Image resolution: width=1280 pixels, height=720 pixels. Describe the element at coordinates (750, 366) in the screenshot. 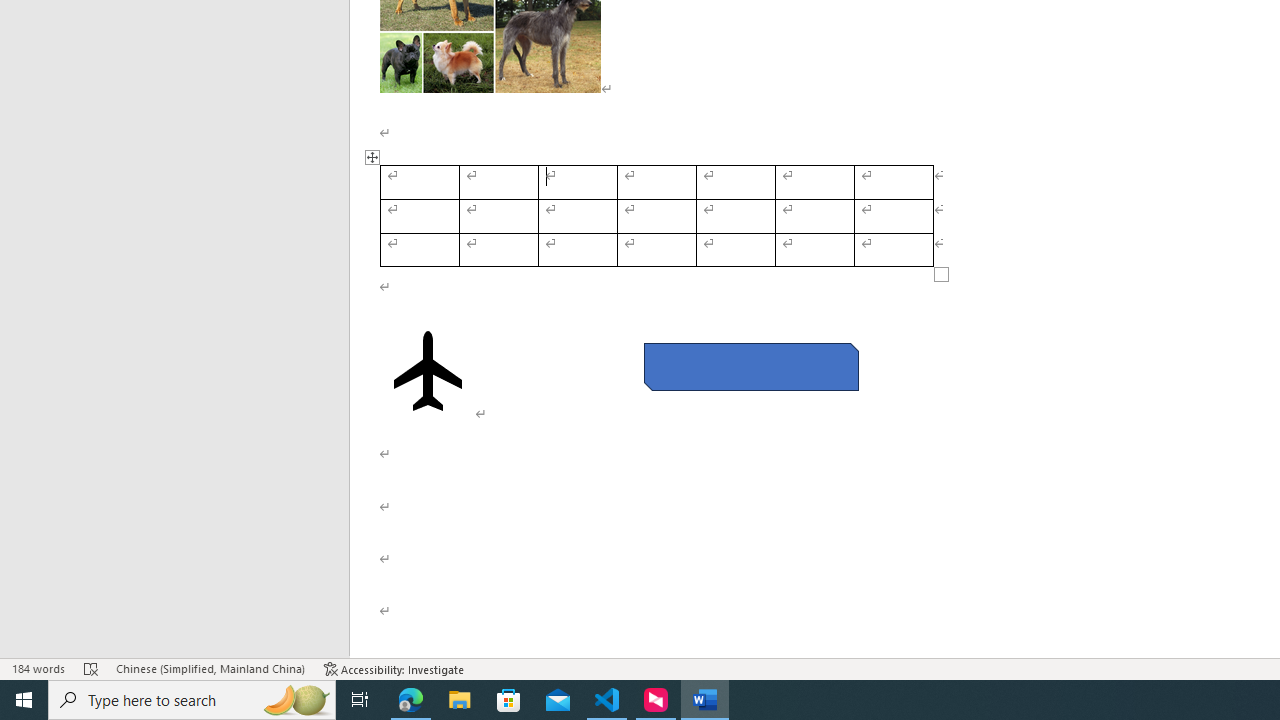

I see `'Rectangle: Diagonal Corners Snipped 2'` at that location.